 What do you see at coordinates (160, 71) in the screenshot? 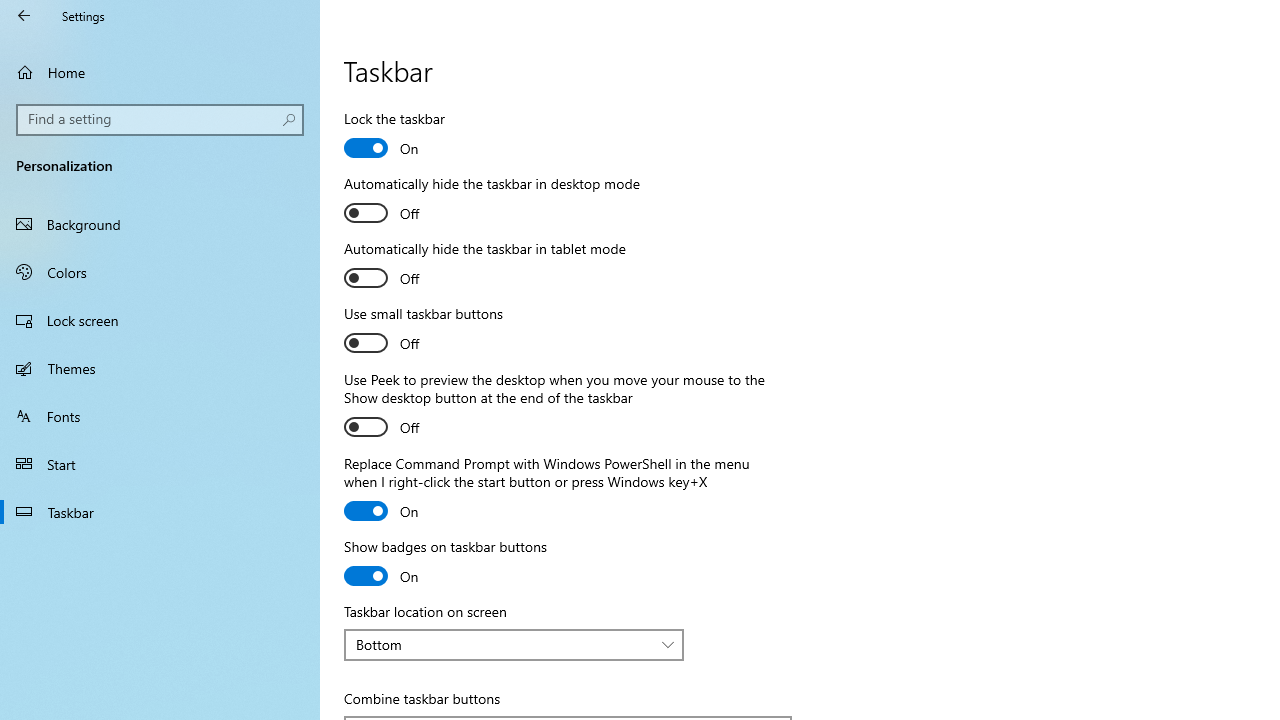
I see `'Home'` at bounding box center [160, 71].